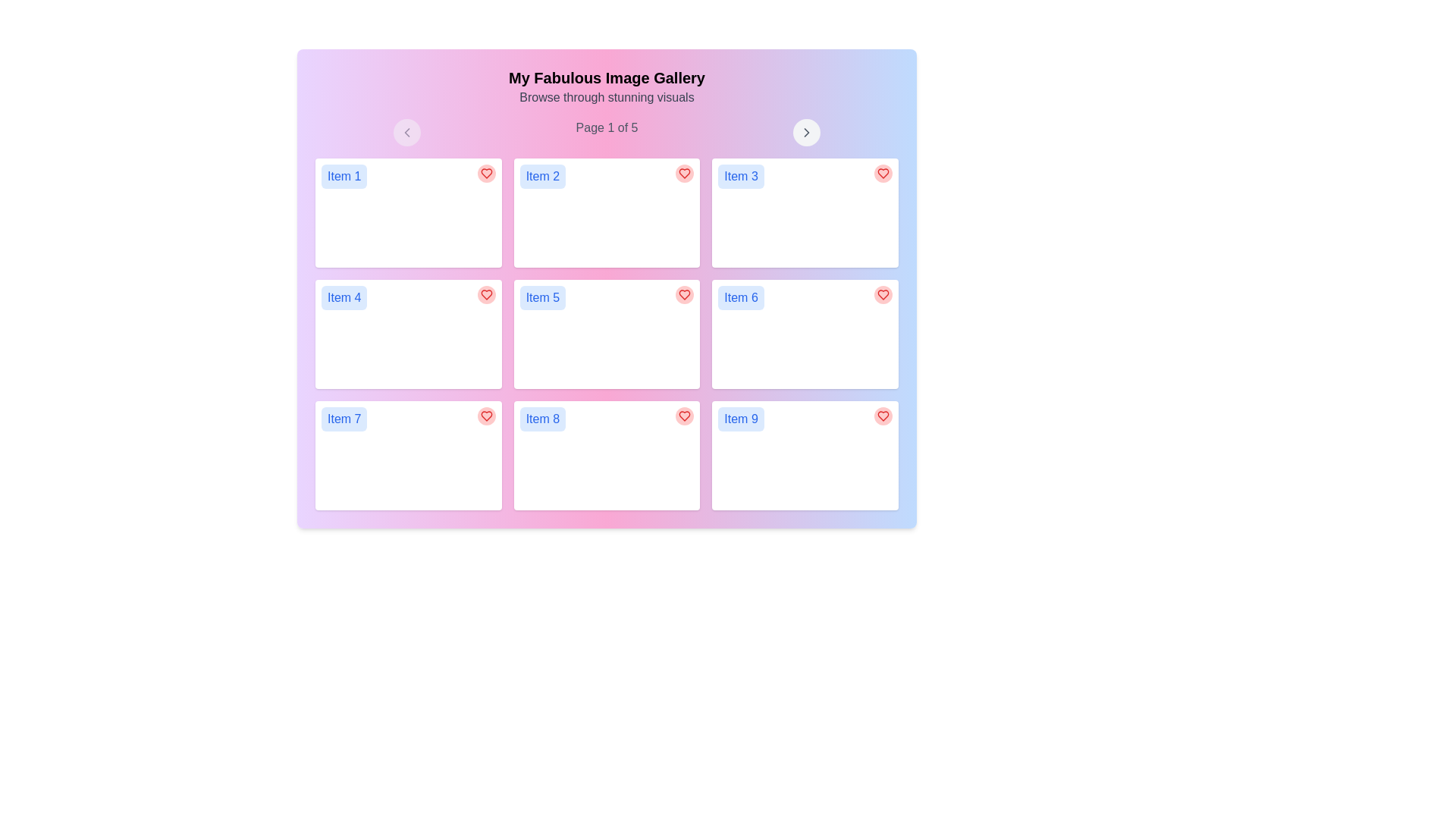 This screenshot has height=819, width=1456. I want to click on the Text Label displaying 'Item 5' with blue text on a light blue rounded rectangular background, located in the second row and second column of a 3x3 grid, so click(542, 298).